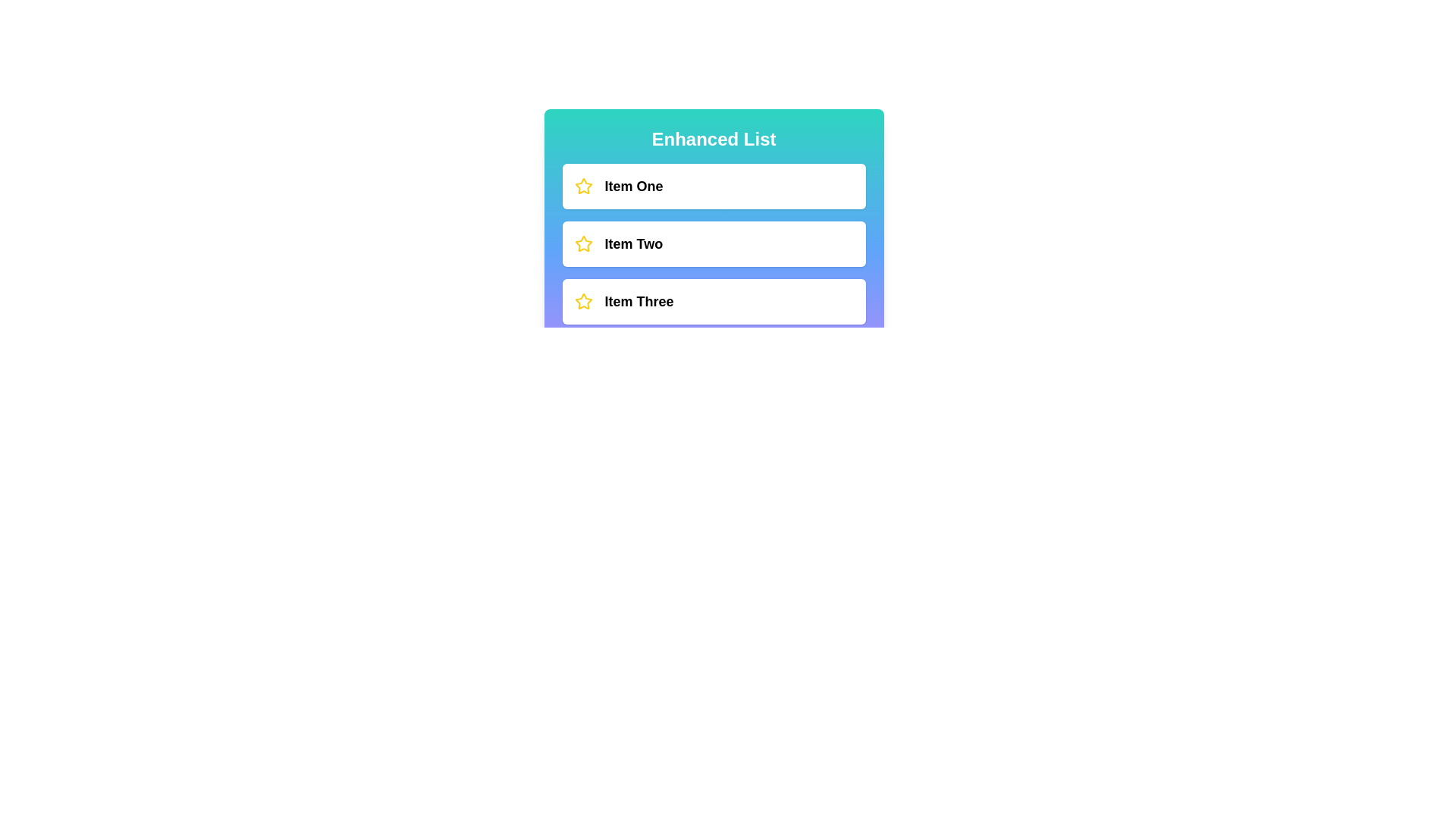  What do you see at coordinates (713, 301) in the screenshot?
I see `the item Item Three to select it` at bounding box center [713, 301].